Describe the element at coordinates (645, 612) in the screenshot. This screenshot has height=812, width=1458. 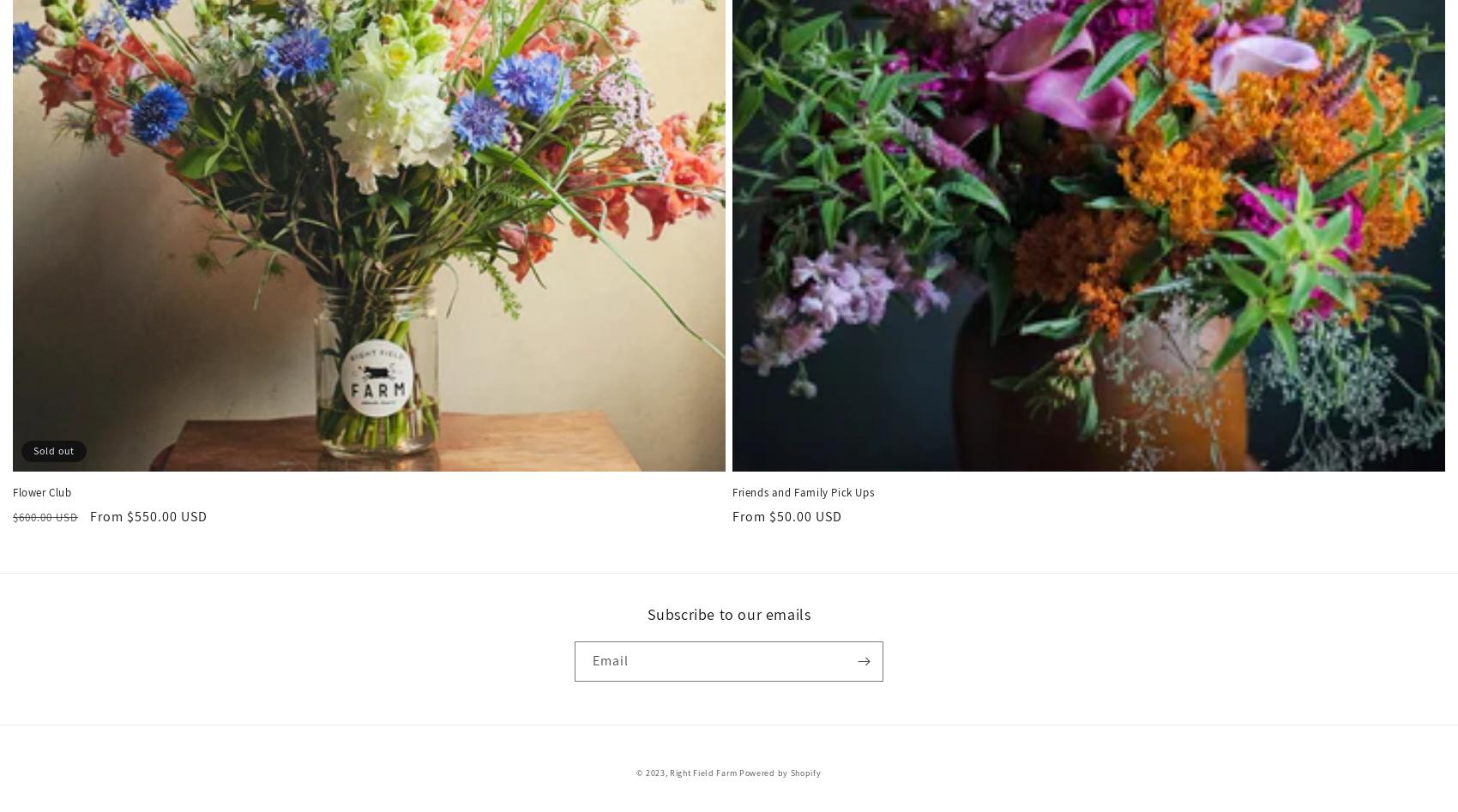
I see `'Subscribe to our emails'` at that location.